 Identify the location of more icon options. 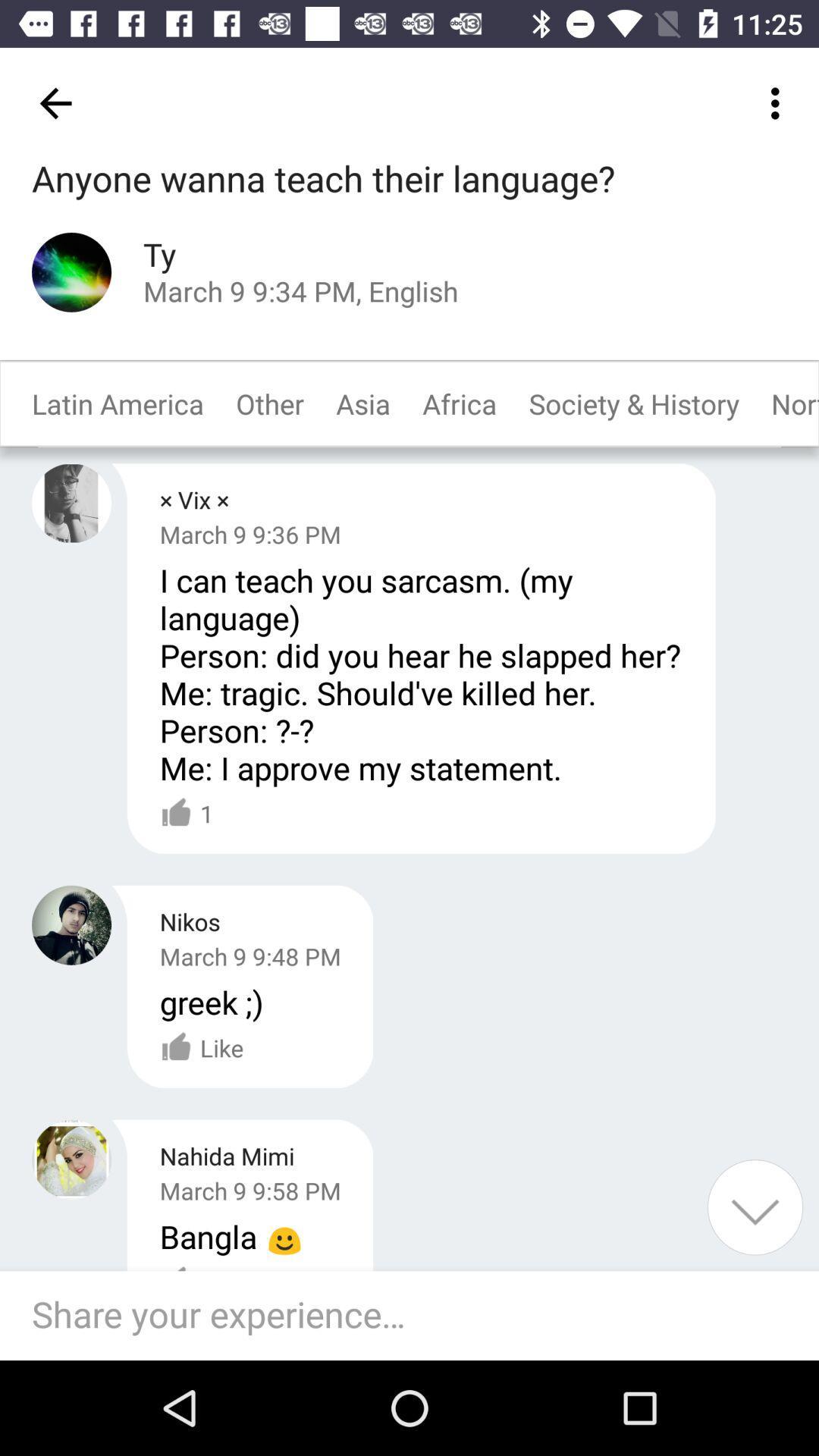
(779, 103).